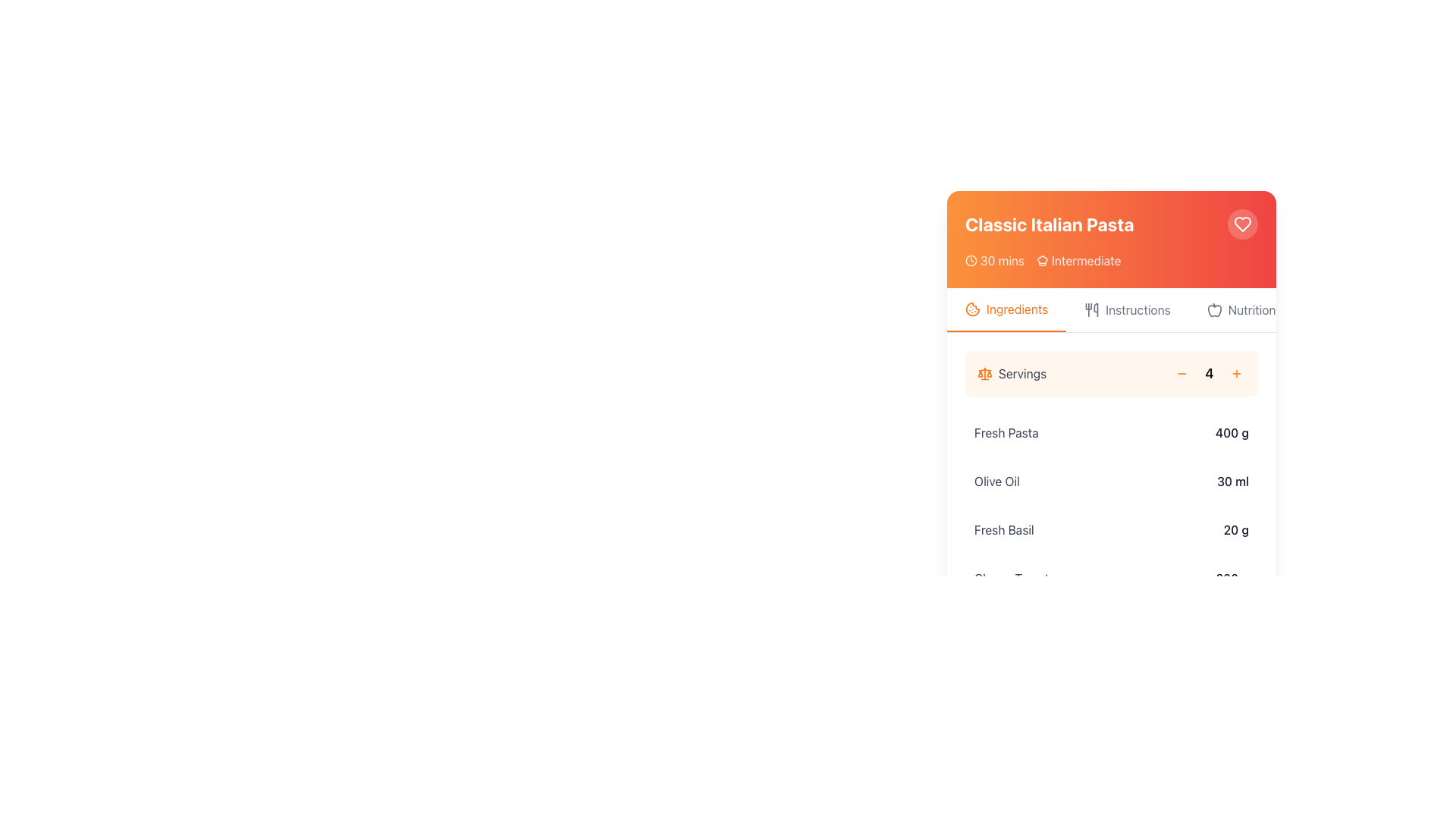  Describe the element at coordinates (1006, 309) in the screenshot. I see `the 'Ingredients' tab button, which is styled with orange text and an orange underline, located at the top-left part of the recipe section tab group` at that location.